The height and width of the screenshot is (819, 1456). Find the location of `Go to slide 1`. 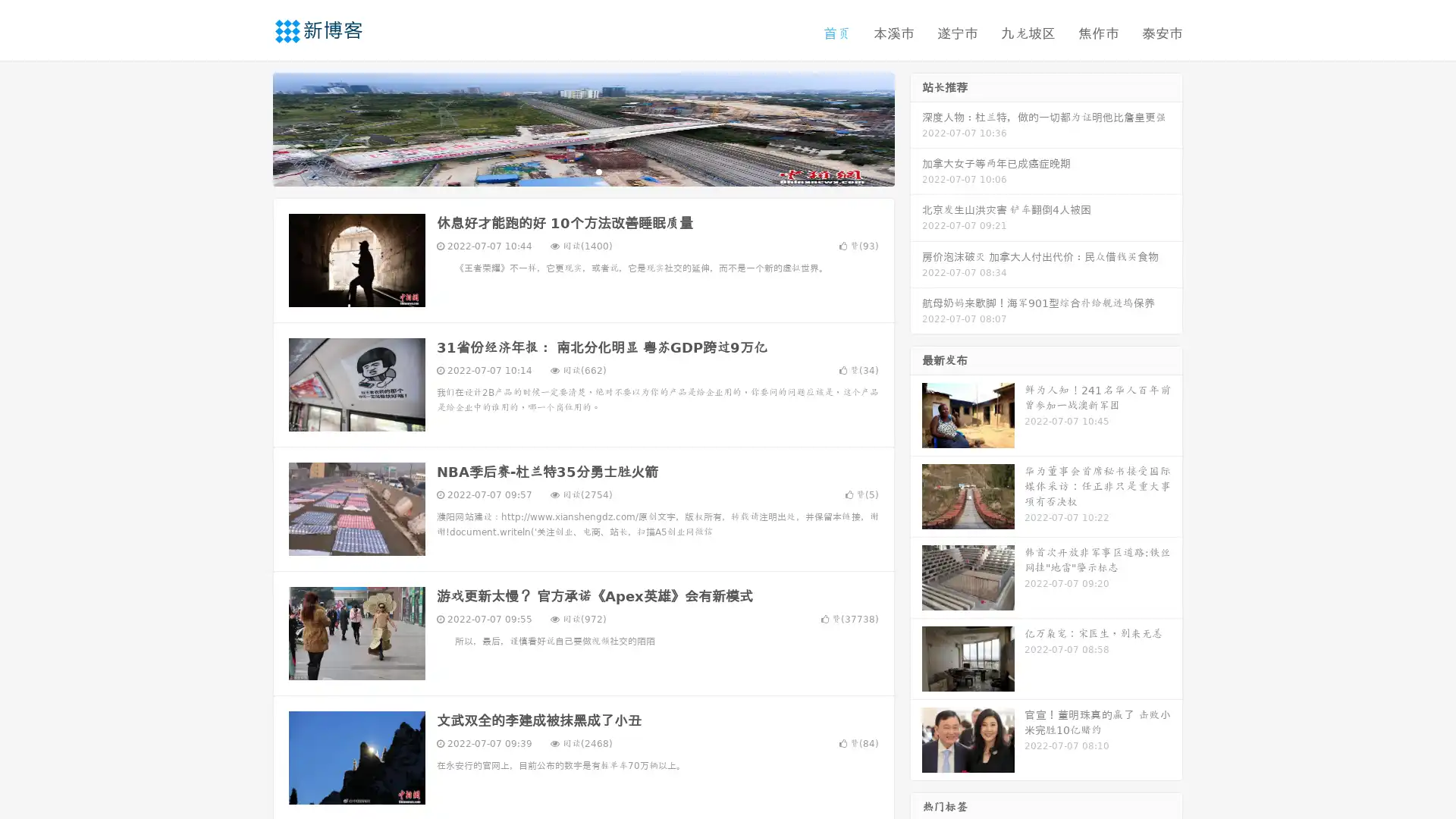

Go to slide 1 is located at coordinates (567, 171).